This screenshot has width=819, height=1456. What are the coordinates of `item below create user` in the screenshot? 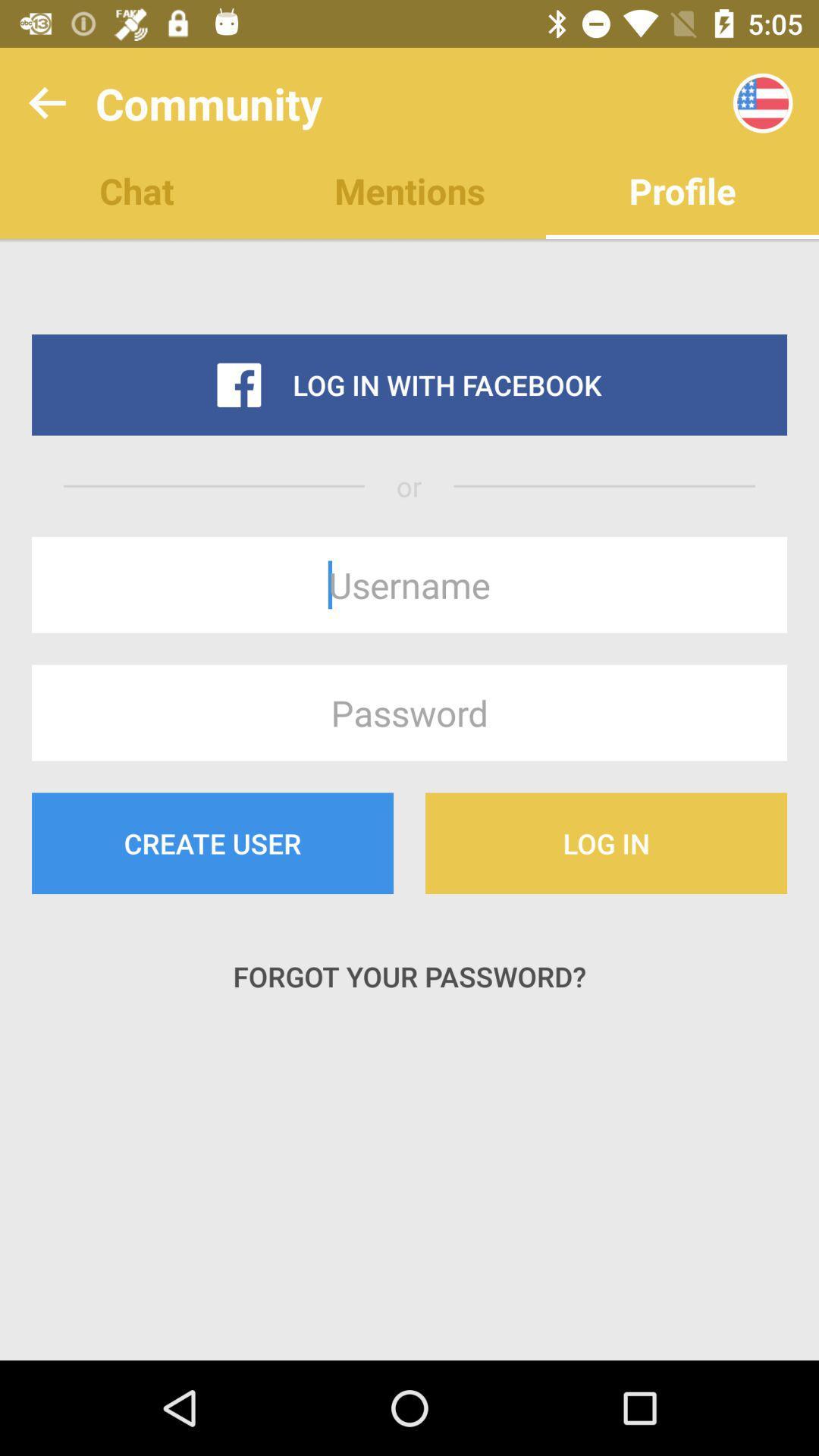 It's located at (409, 976).